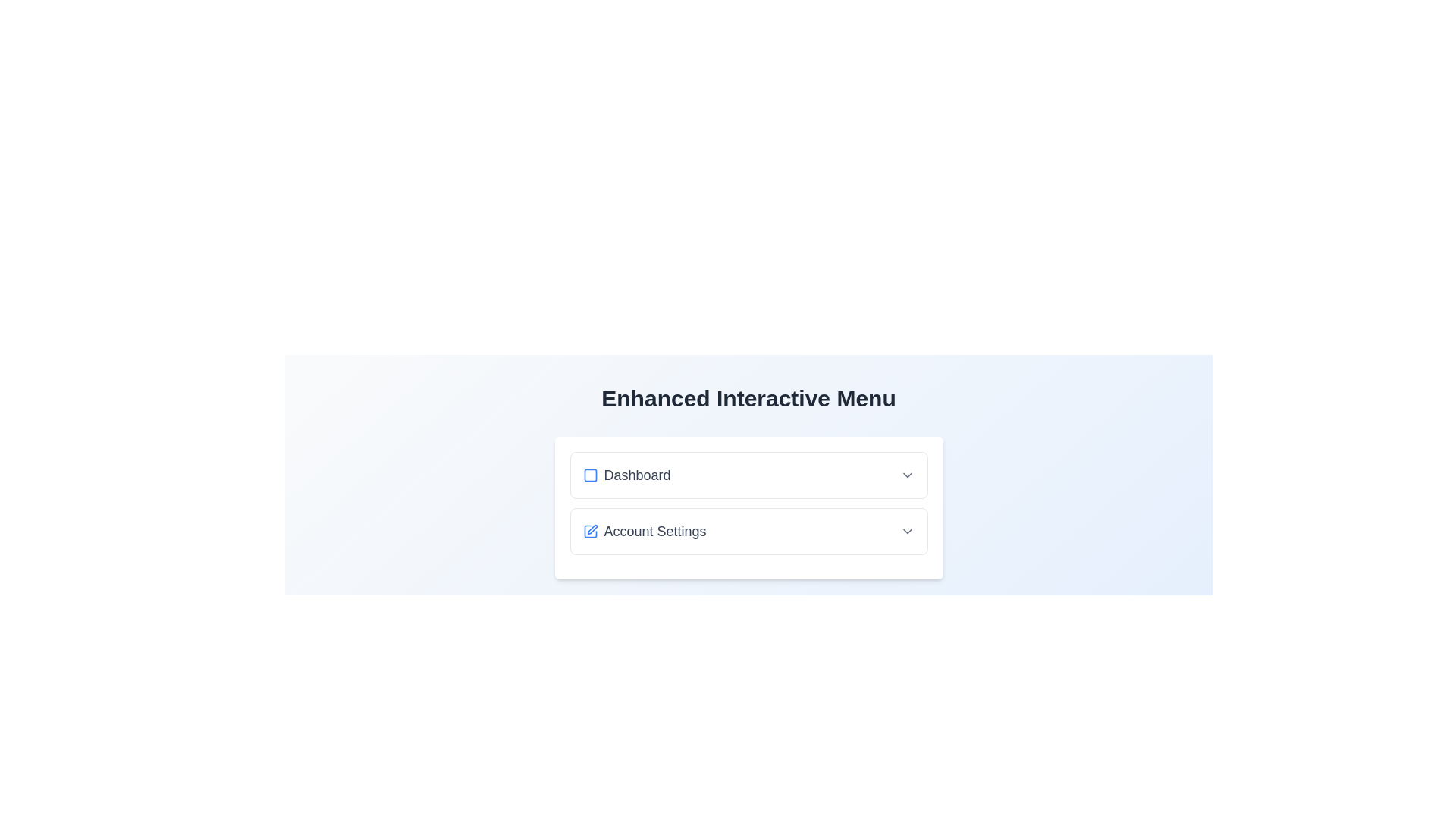 The width and height of the screenshot is (1456, 819). I want to click on the downward-pointing arrow icon in the 'Account Settings' row, so click(907, 531).